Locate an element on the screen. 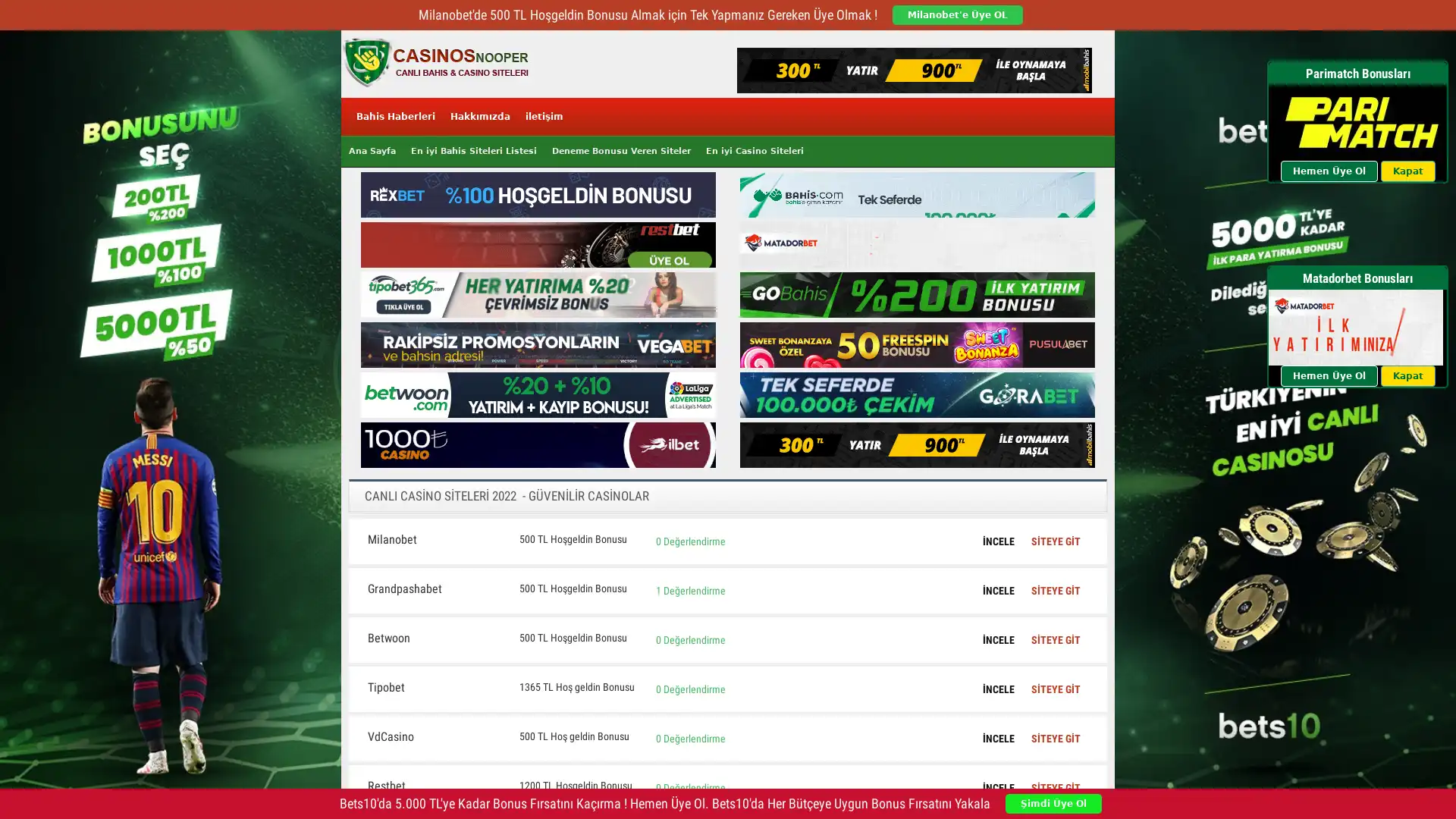  Hemen Uye Ol is located at coordinates (1328, 171).